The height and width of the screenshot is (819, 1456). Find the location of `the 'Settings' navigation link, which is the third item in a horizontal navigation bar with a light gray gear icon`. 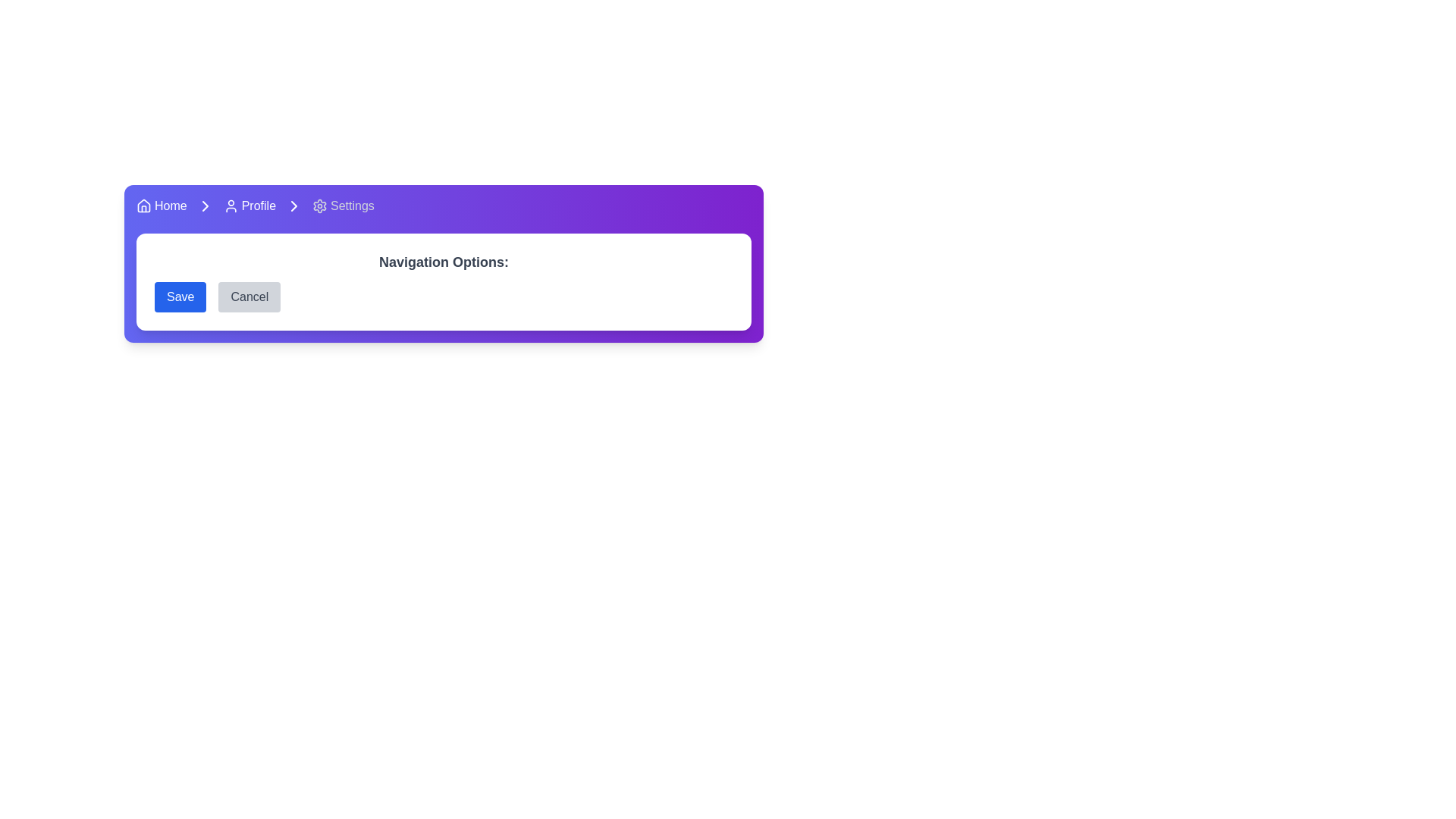

the 'Settings' navigation link, which is the third item in a horizontal navigation bar with a light gray gear icon is located at coordinates (342, 206).